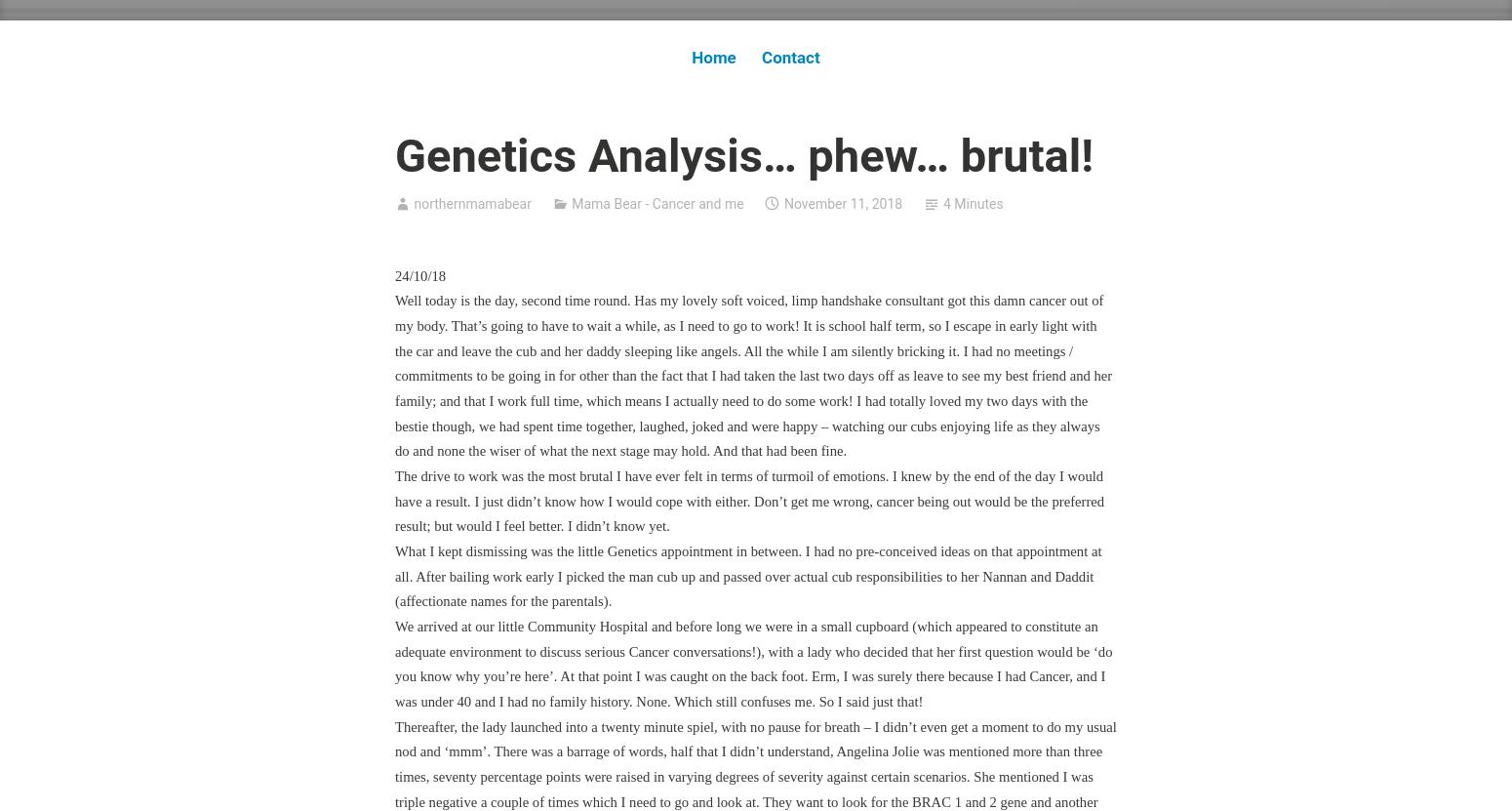 Image resolution: width=1512 pixels, height=811 pixels. Describe the element at coordinates (420, 275) in the screenshot. I see `'24/10/18'` at that location.